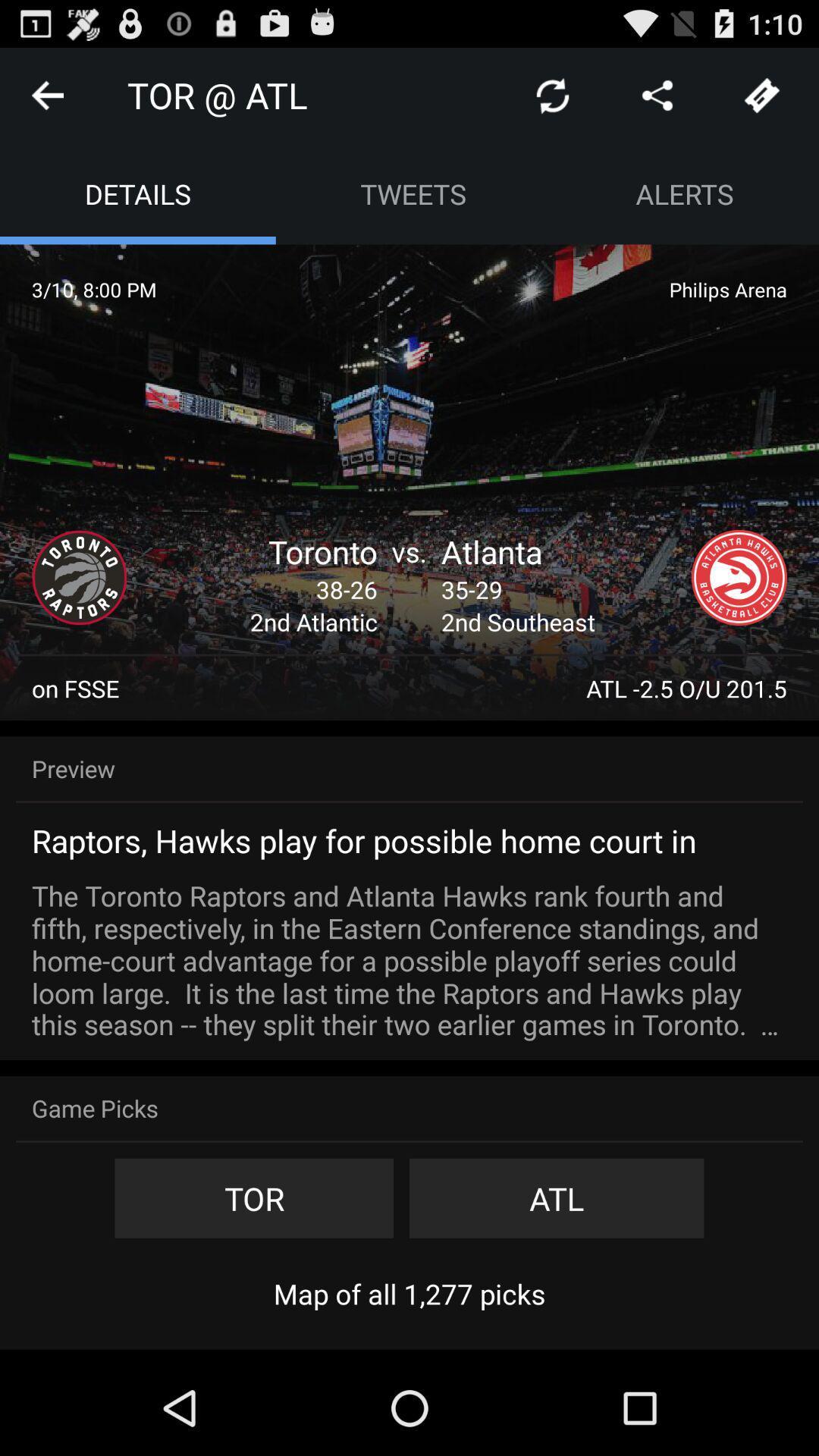 The image size is (819, 1456). I want to click on the arrow_backward icon, so click(46, 101).